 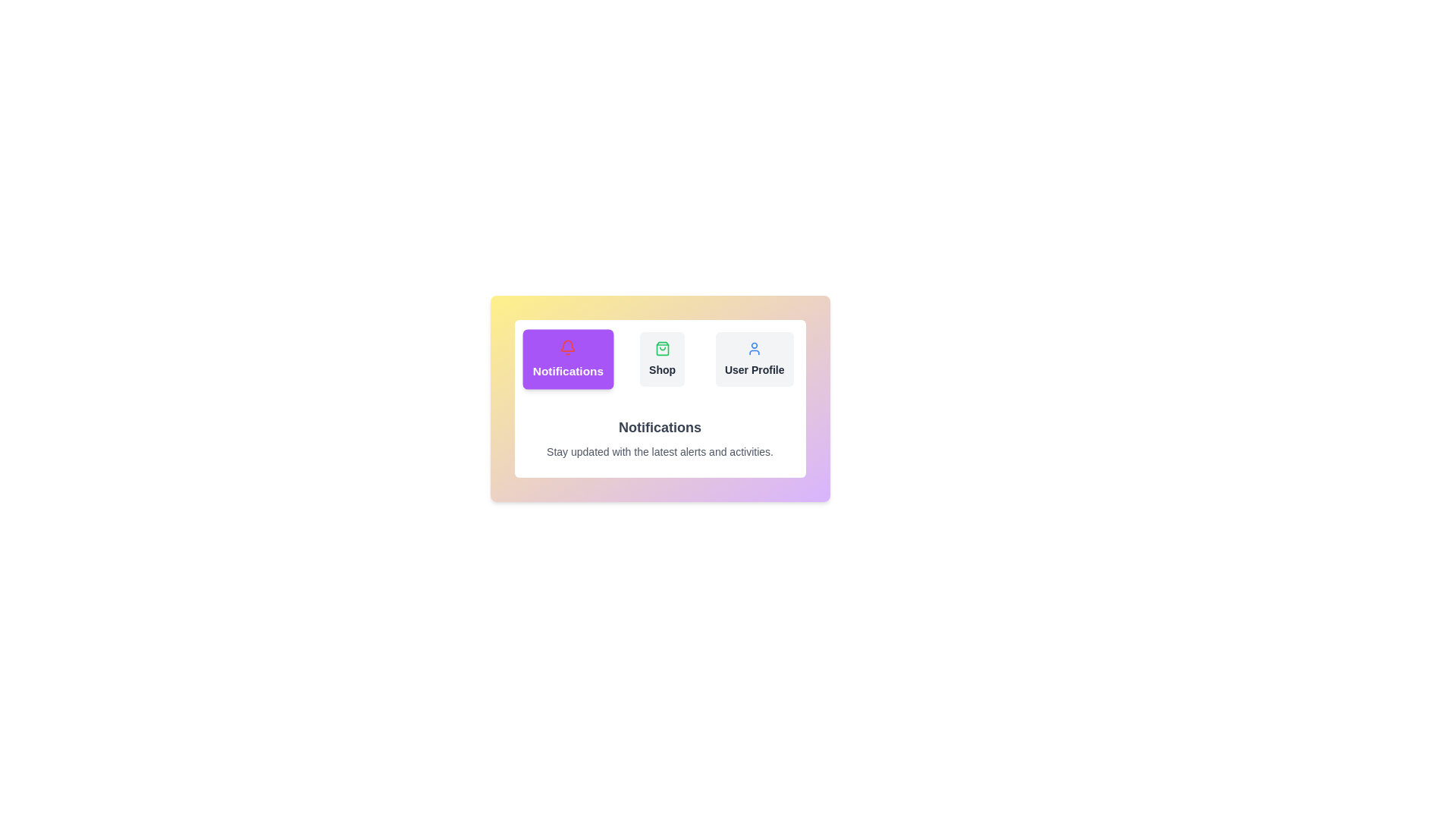 What do you see at coordinates (566, 359) in the screenshot?
I see `the tab labeled Notifications` at bounding box center [566, 359].